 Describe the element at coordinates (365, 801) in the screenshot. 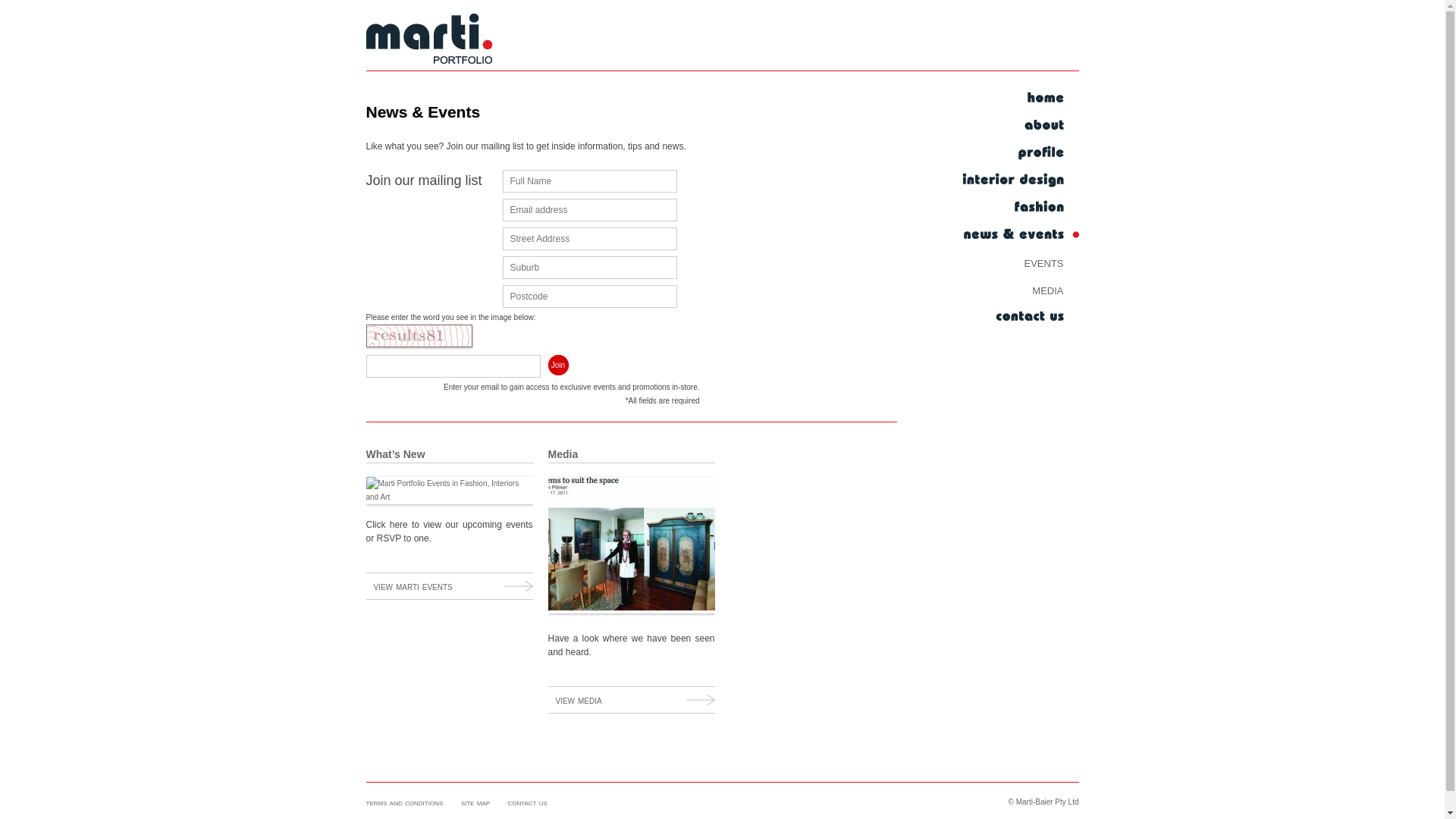

I see `'terms and conditions'` at that location.